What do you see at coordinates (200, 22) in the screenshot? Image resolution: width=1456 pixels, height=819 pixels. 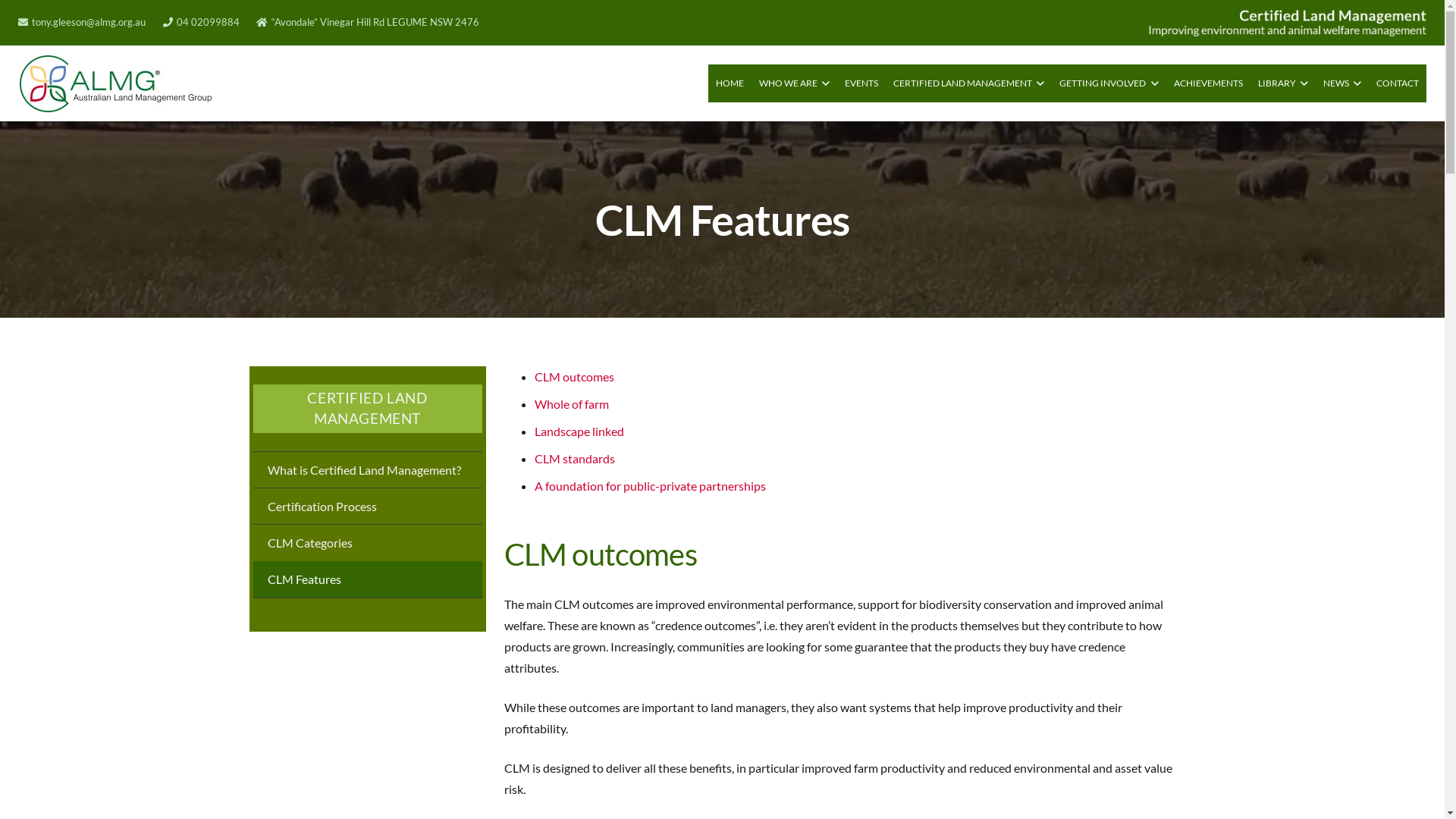 I see `'04 02099884'` at bounding box center [200, 22].